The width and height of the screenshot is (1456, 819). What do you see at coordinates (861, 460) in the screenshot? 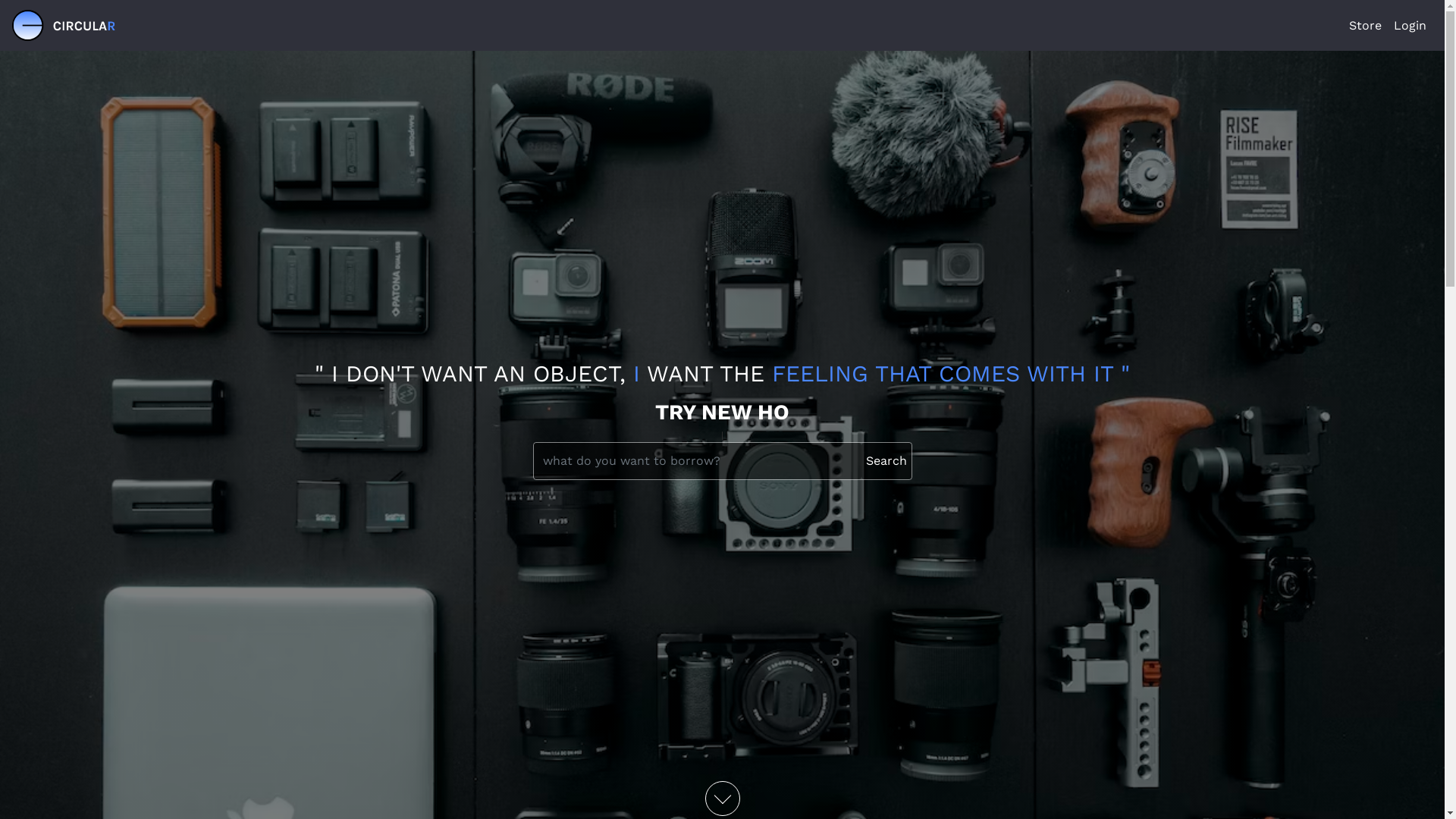
I see `'Search'` at bounding box center [861, 460].